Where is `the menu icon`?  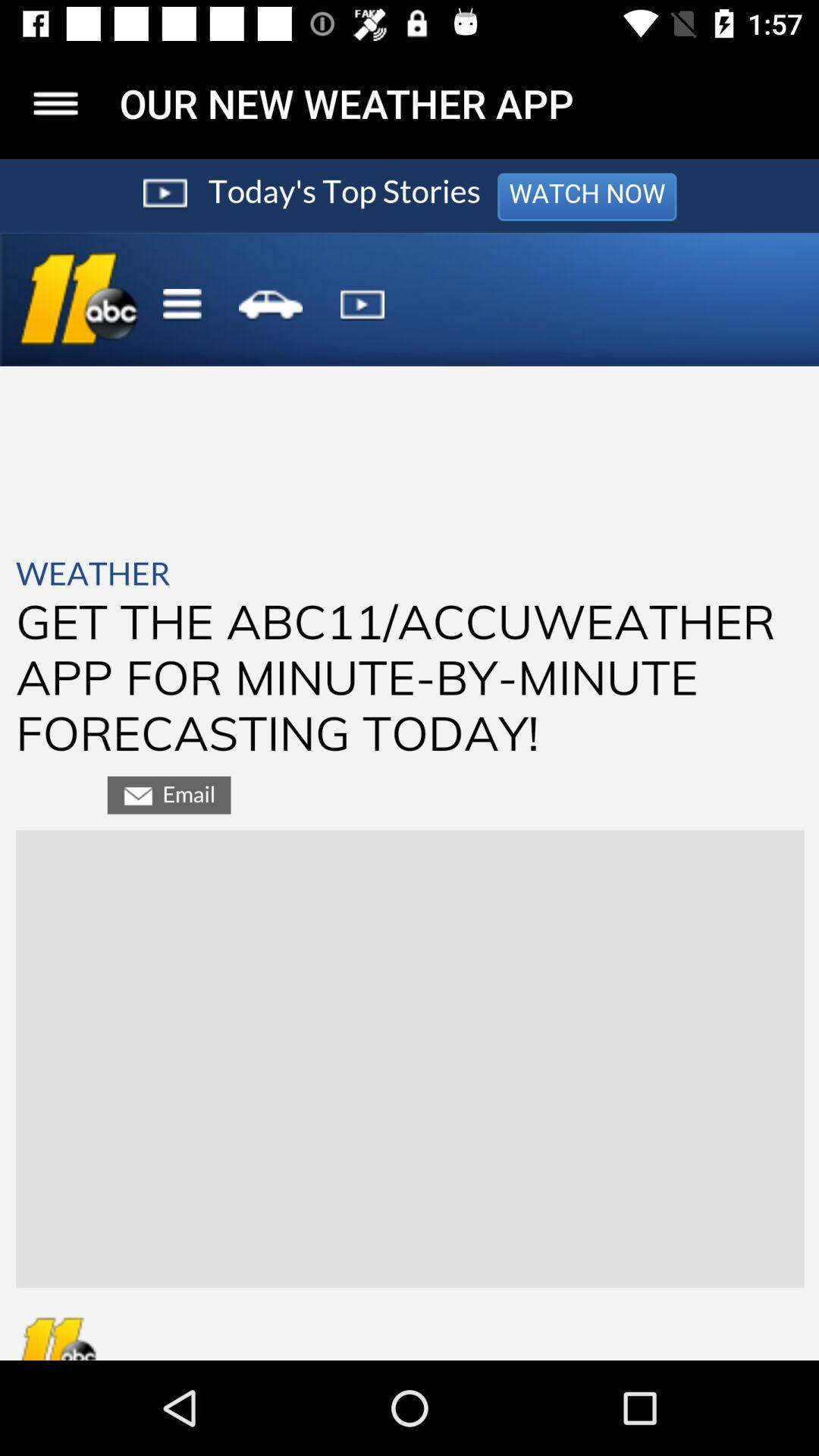
the menu icon is located at coordinates (55, 102).